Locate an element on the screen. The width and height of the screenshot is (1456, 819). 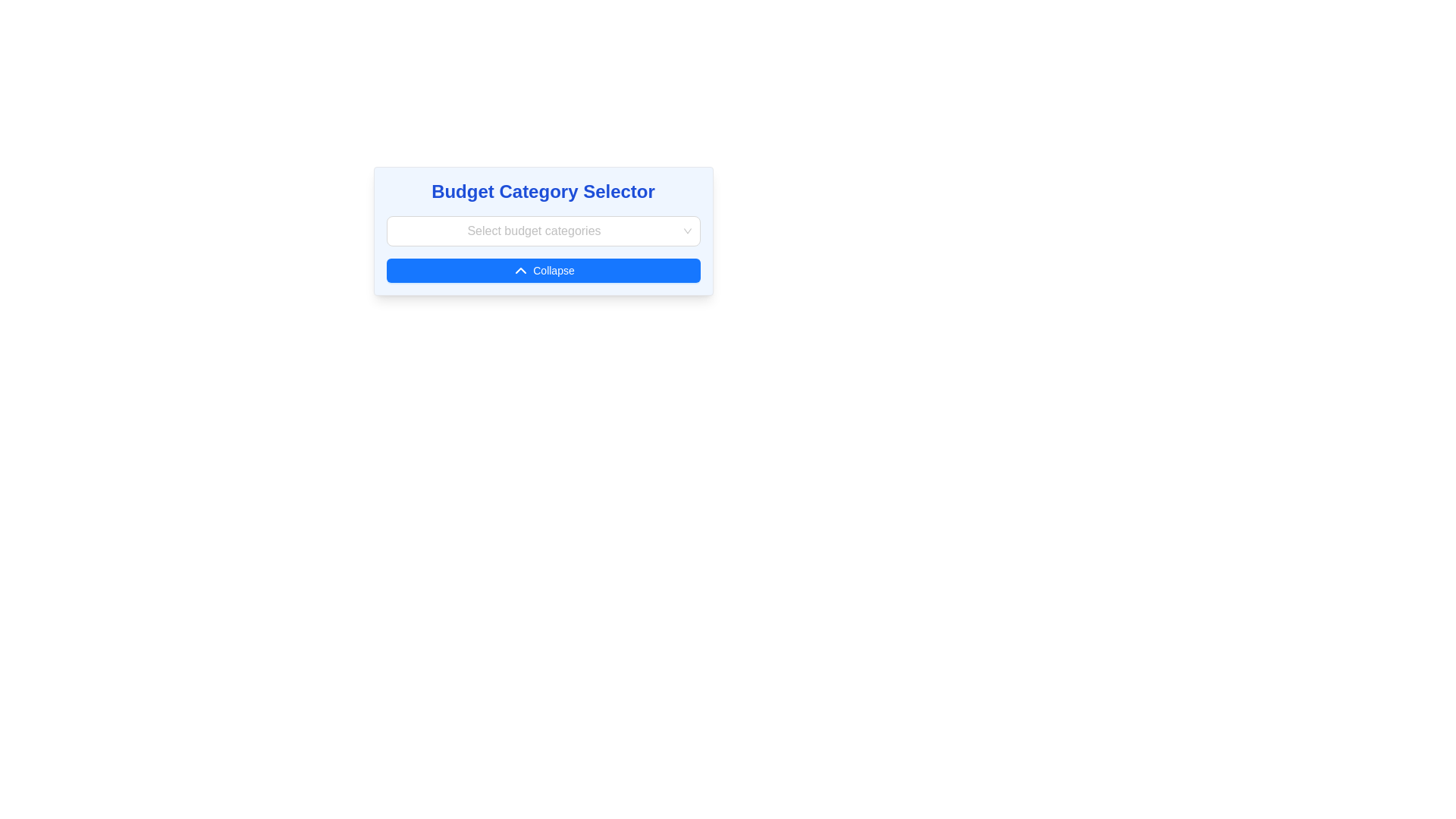
into the input area of the Dropdown menu for selecting budget categories located under the title 'Budget Category Selector' and above the 'Collapse' button is located at coordinates (543, 231).